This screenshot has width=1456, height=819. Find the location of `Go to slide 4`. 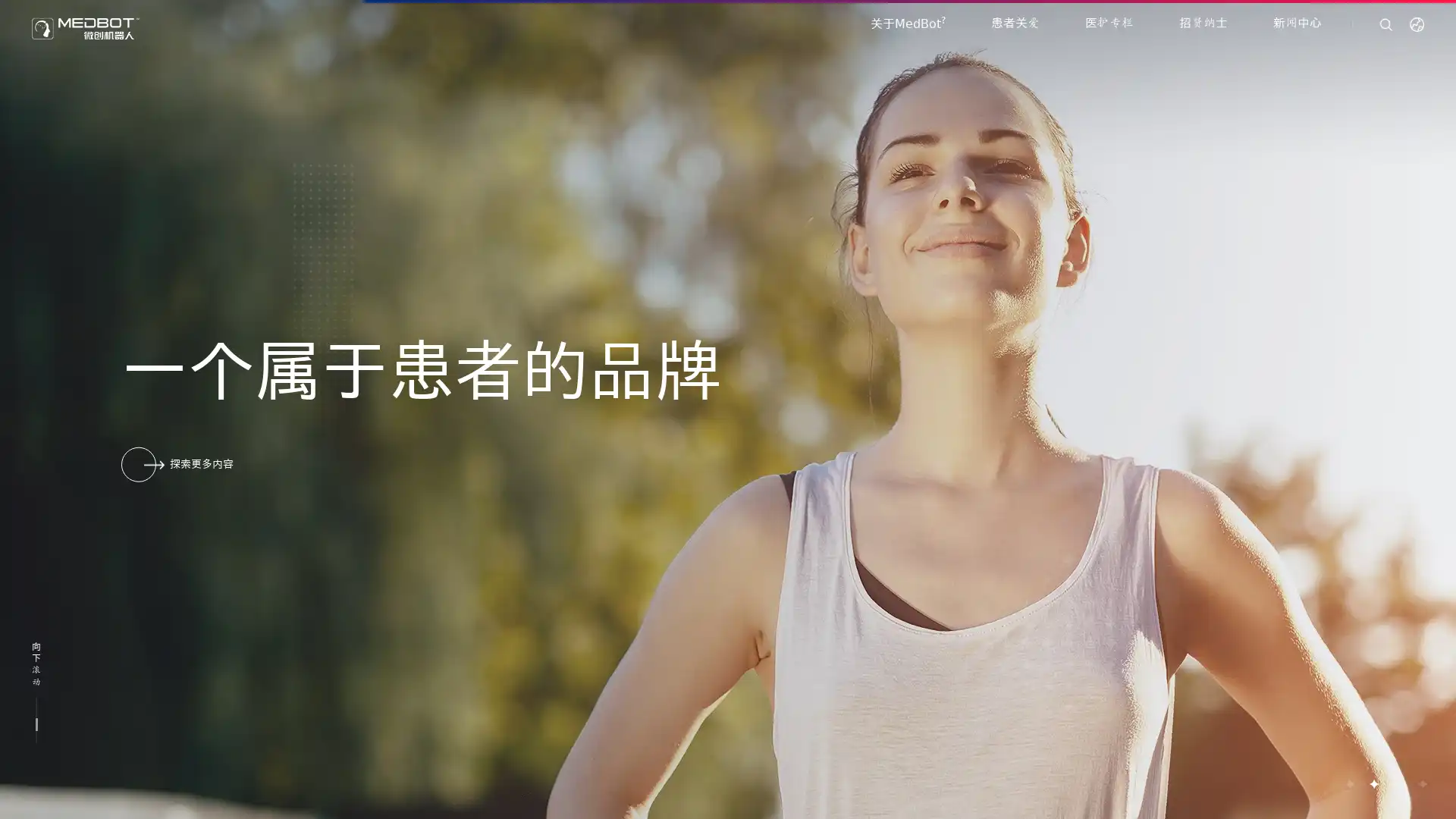

Go to slide 4 is located at coordinates (1421, 783).